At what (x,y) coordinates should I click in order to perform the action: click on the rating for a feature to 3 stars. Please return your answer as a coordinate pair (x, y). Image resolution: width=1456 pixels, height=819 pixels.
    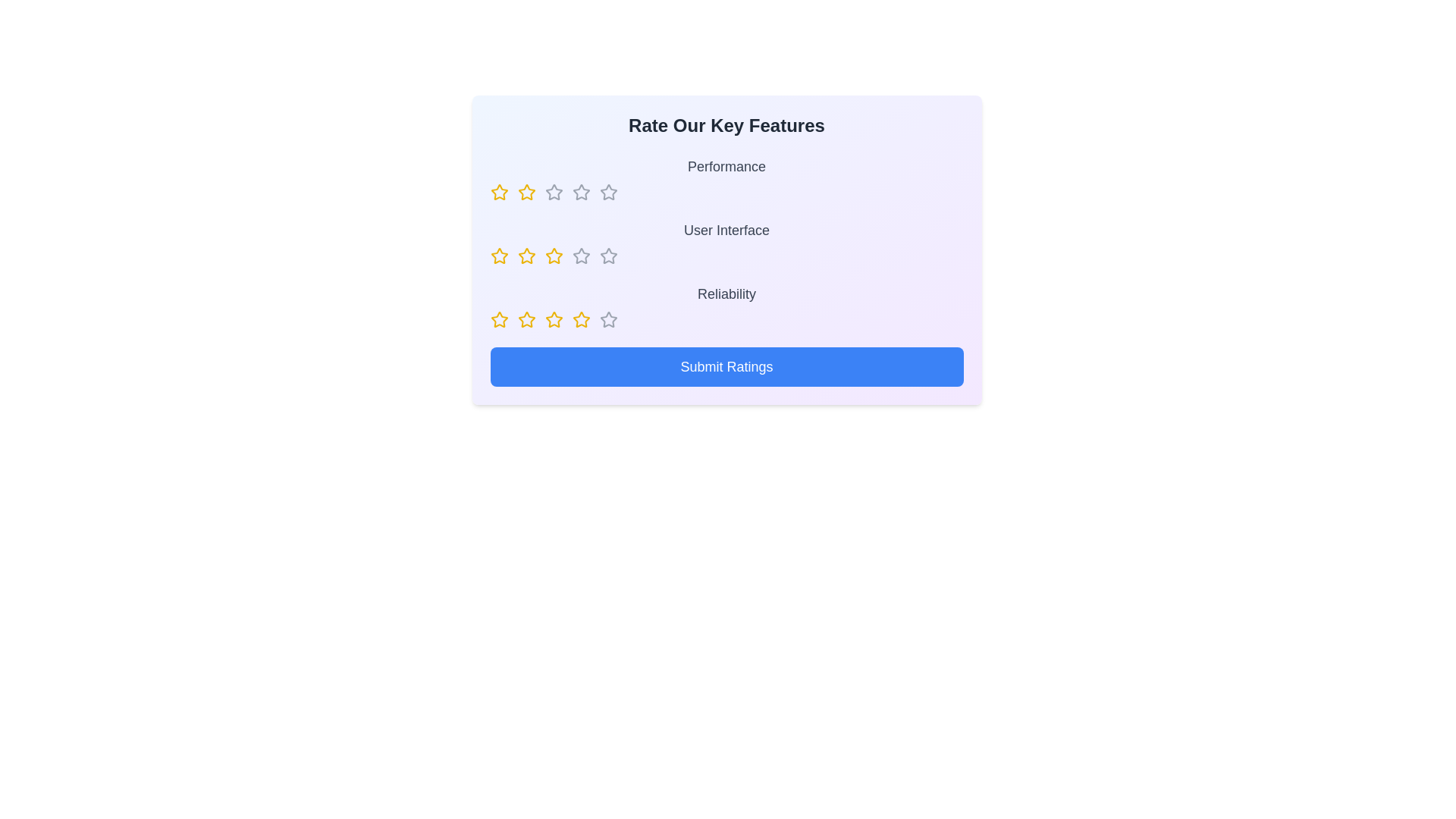
    Looking at the image, I should click on (553, 192).